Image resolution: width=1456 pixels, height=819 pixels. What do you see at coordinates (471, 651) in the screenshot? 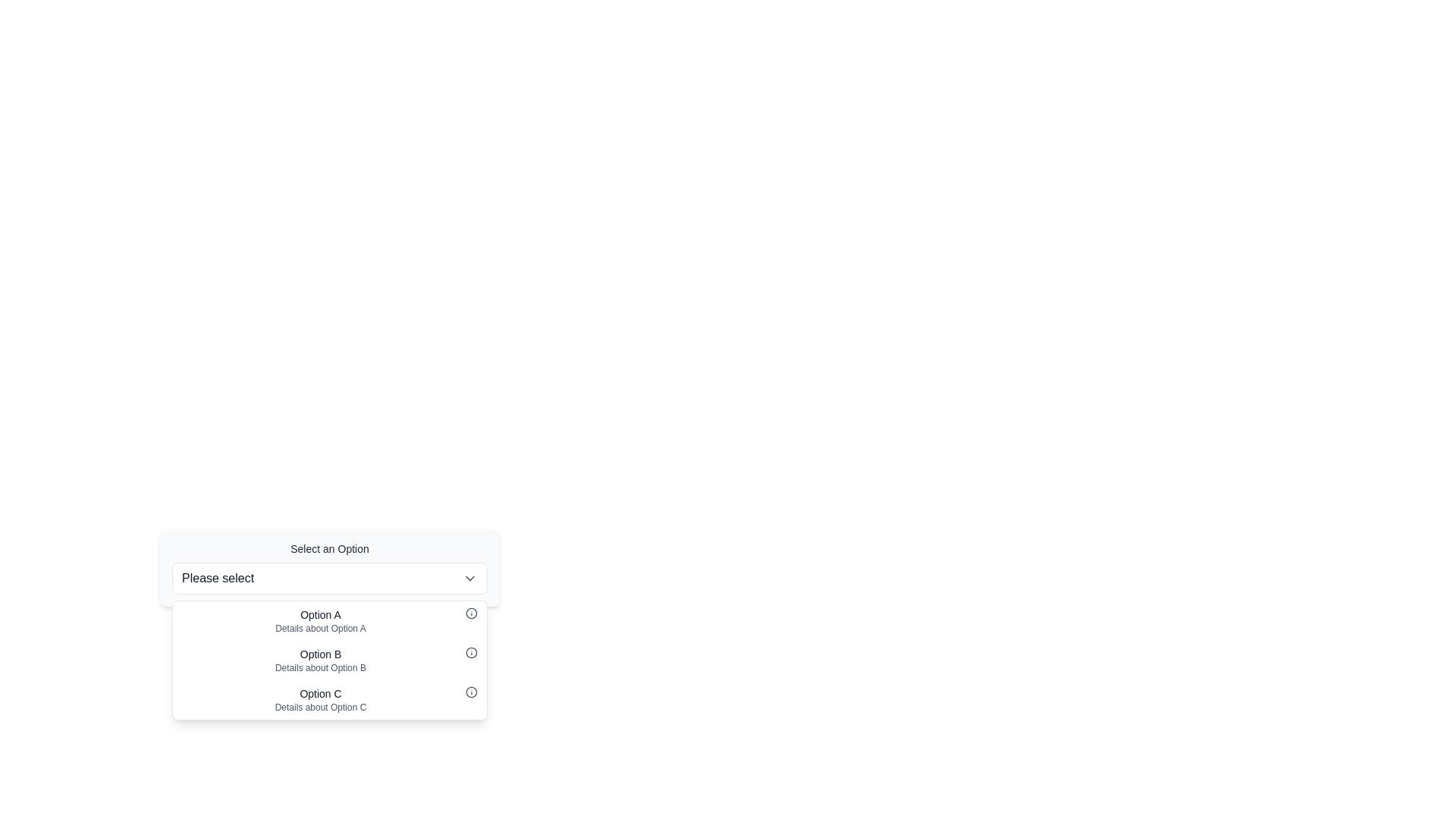
I see `the circular status or action indicator located to the far right of the 'Option B' text, which indicates an action or status` at bounding box center [471, 651].